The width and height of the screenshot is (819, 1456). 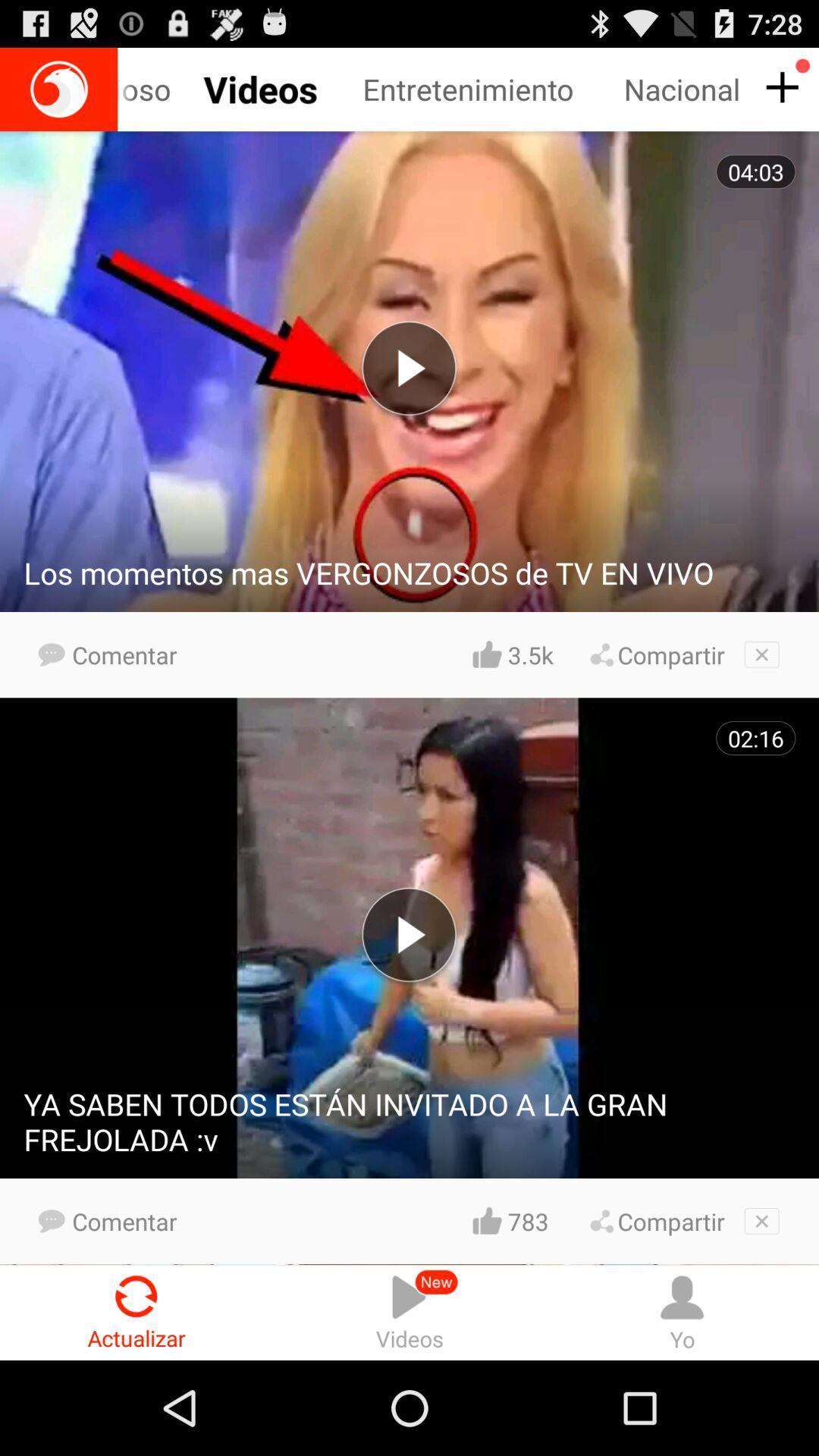 What do you see at coordinates (761, 1221) in the screenshot?
I see `exit area` at bounding box center [761, 1221].